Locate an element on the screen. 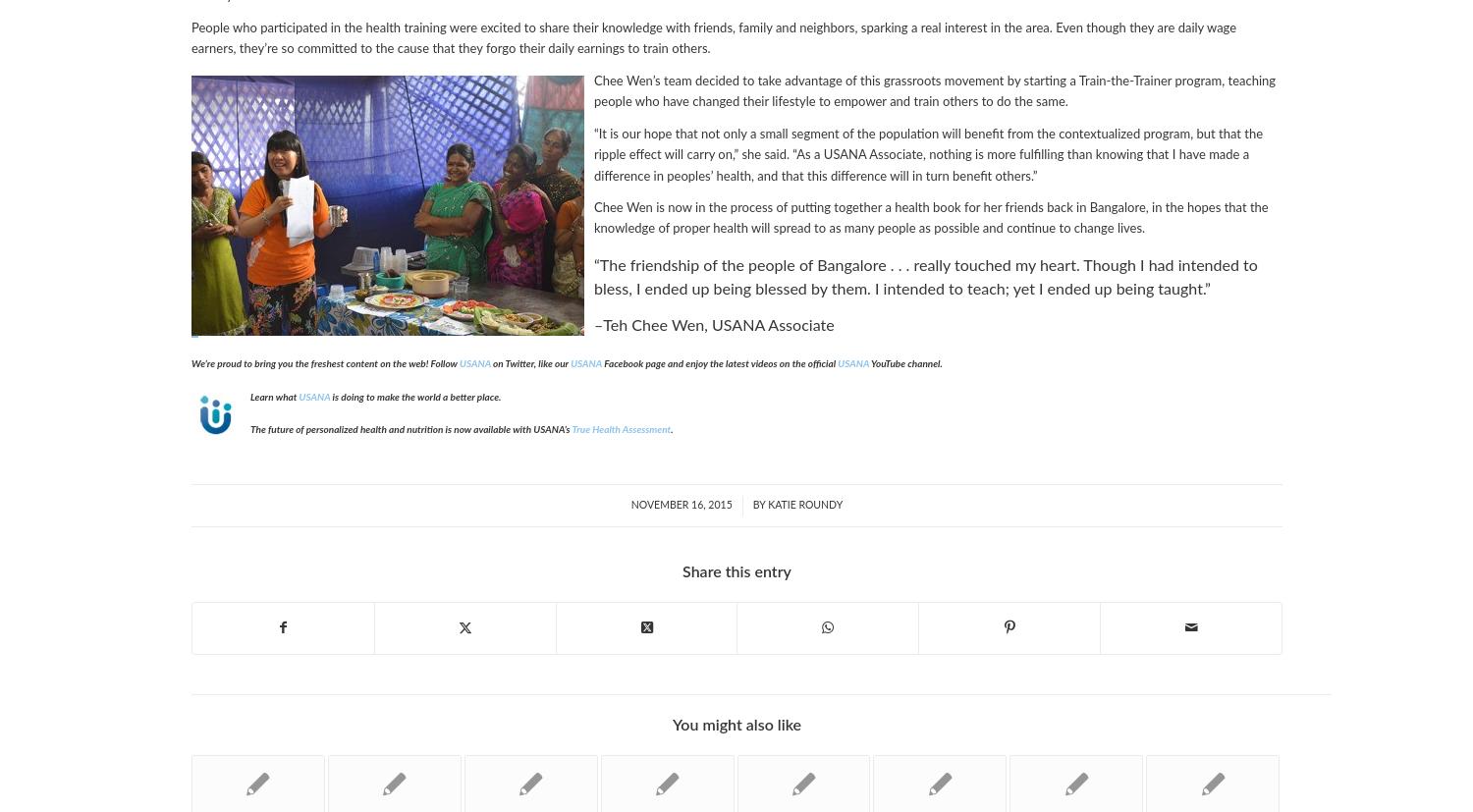  'The future of personalized health and nutrition is now available with USANA’s' is located at coordinates (410, 428).